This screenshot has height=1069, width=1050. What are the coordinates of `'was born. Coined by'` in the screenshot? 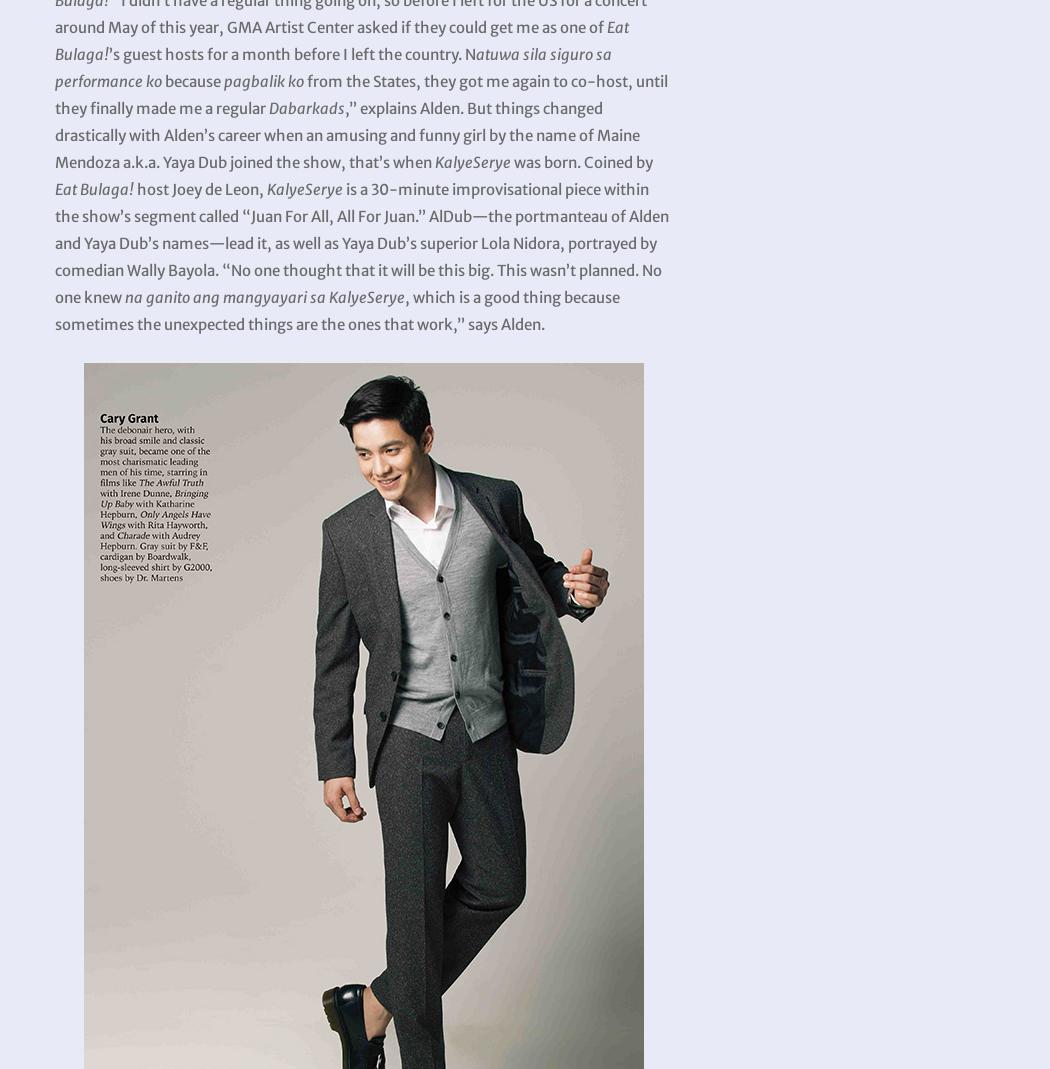 It's located at (510, 162).